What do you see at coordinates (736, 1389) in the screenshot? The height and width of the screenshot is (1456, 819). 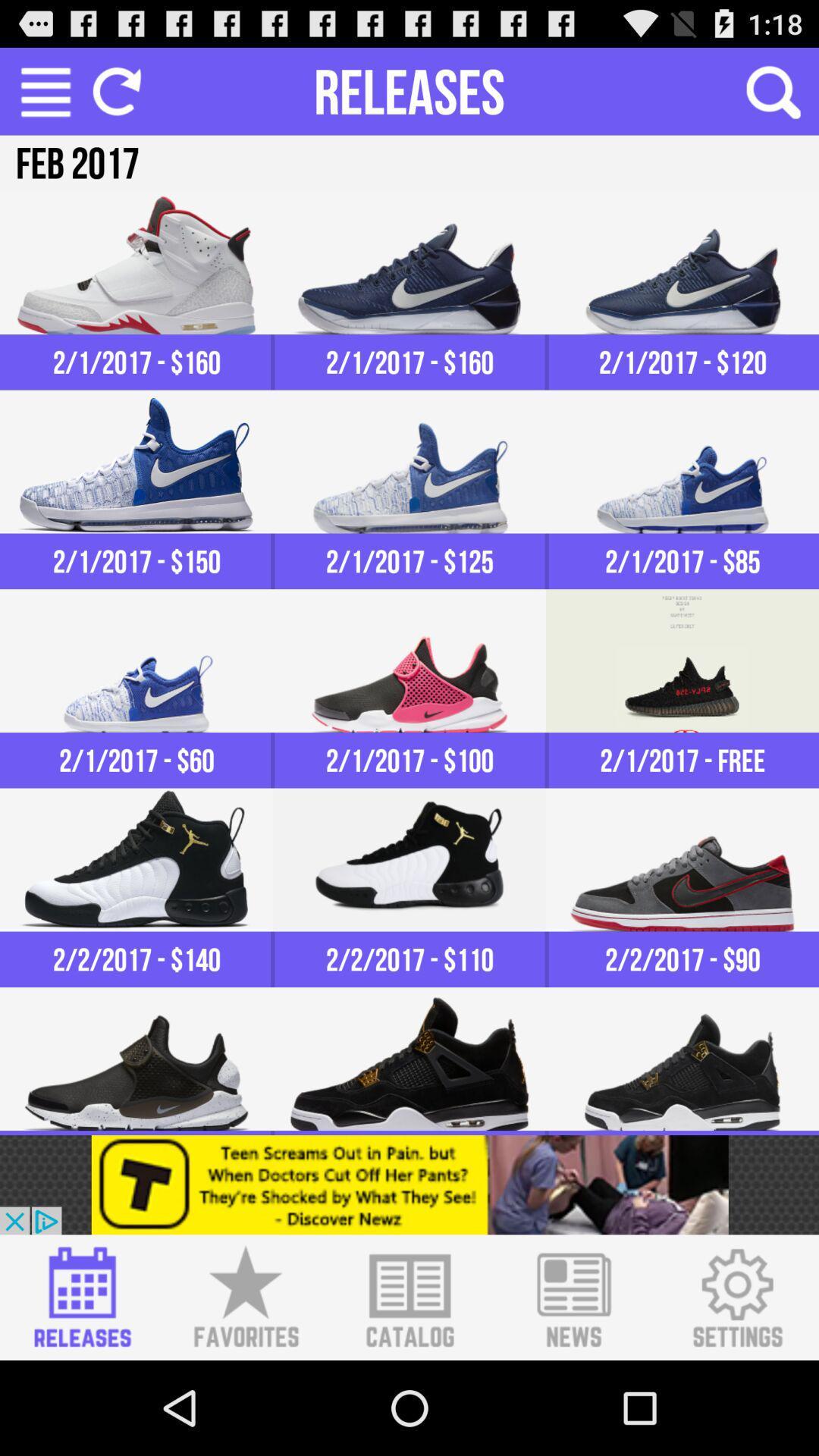 I see `the settings icon` at bounding box center [736, 1389].